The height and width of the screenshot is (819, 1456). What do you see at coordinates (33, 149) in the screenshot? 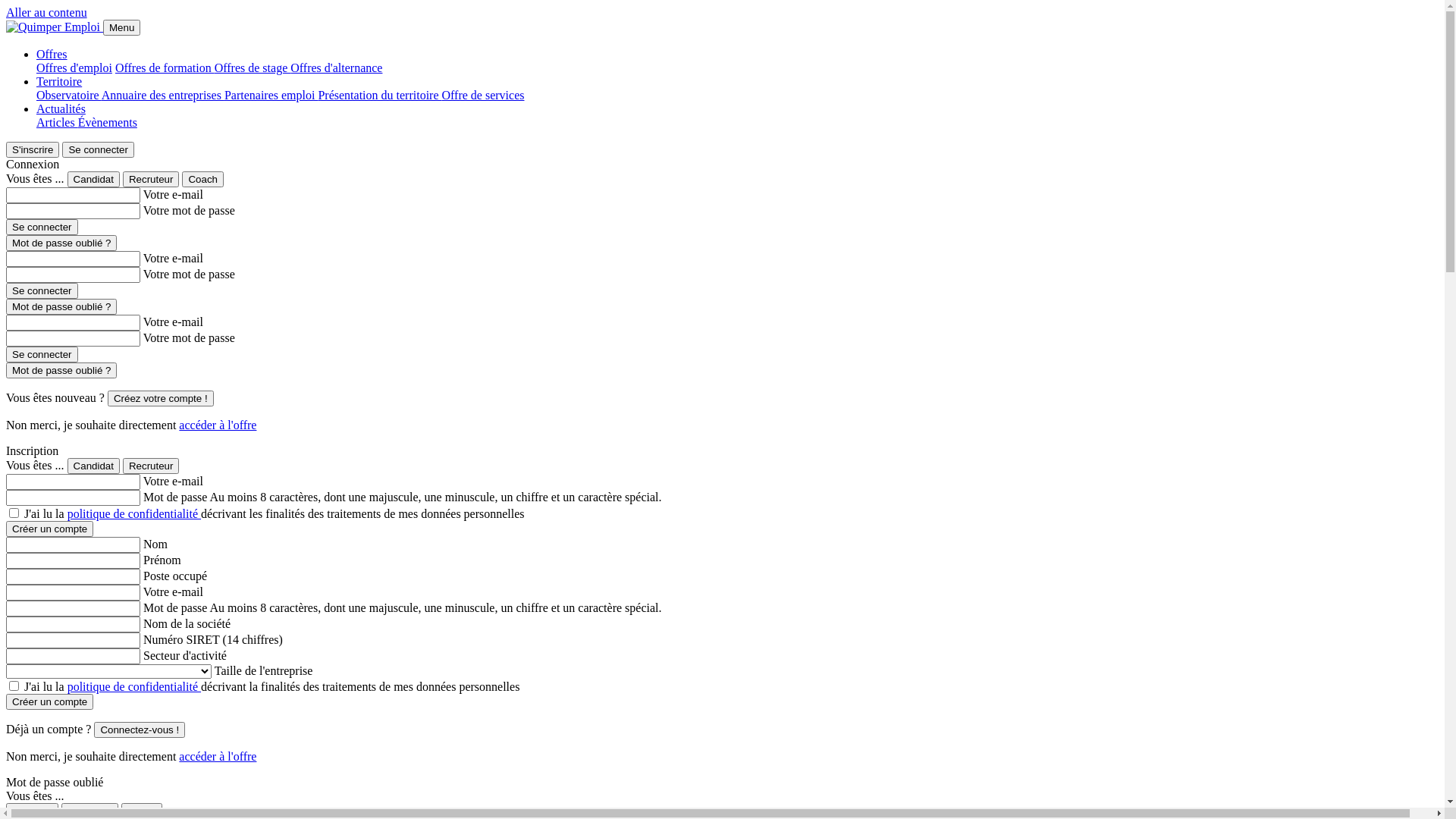
I see `'S'inscrire'` at bounding box center [33, 149].